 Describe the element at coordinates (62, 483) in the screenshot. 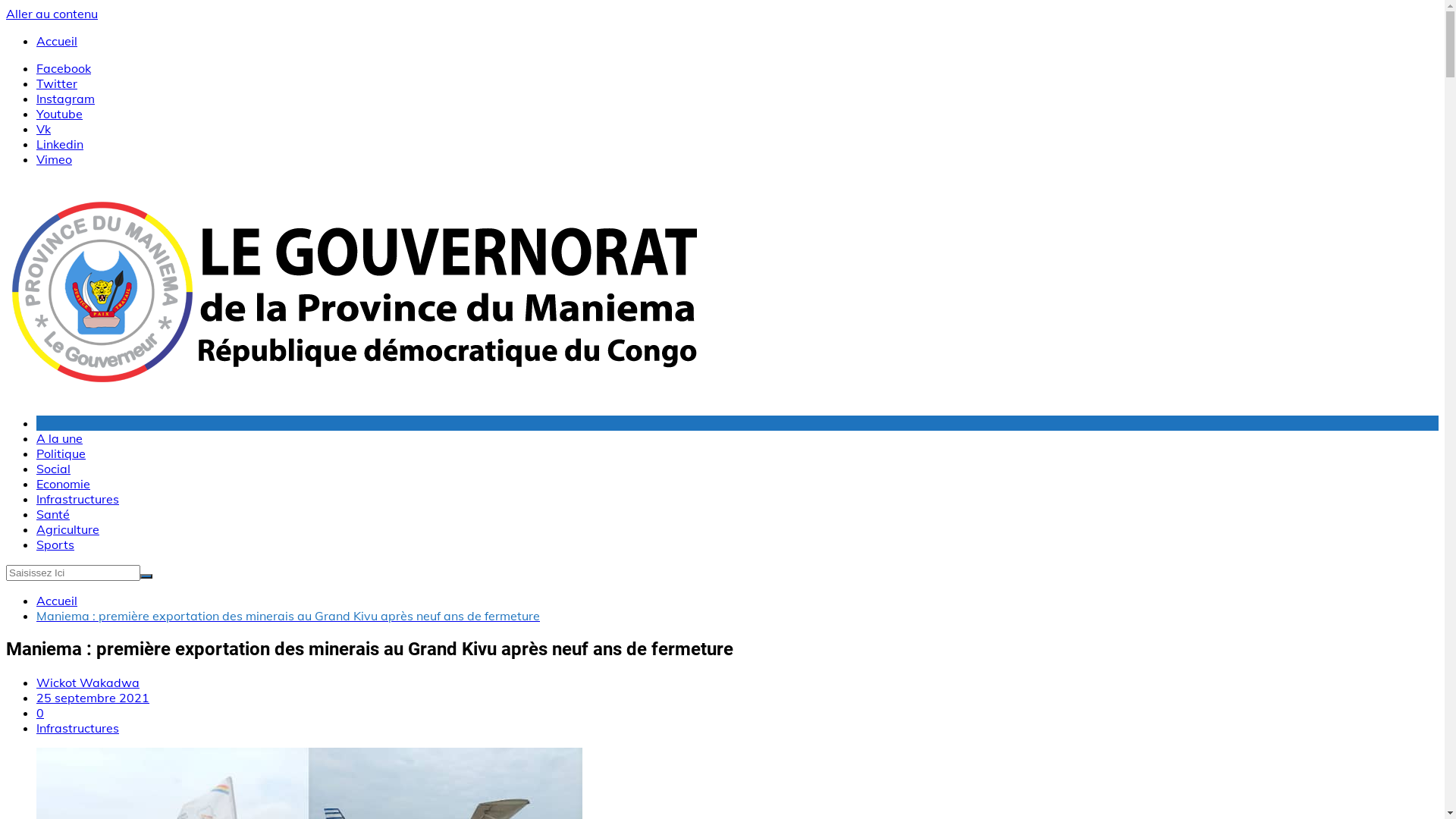

I see `'Economie'` at that location.